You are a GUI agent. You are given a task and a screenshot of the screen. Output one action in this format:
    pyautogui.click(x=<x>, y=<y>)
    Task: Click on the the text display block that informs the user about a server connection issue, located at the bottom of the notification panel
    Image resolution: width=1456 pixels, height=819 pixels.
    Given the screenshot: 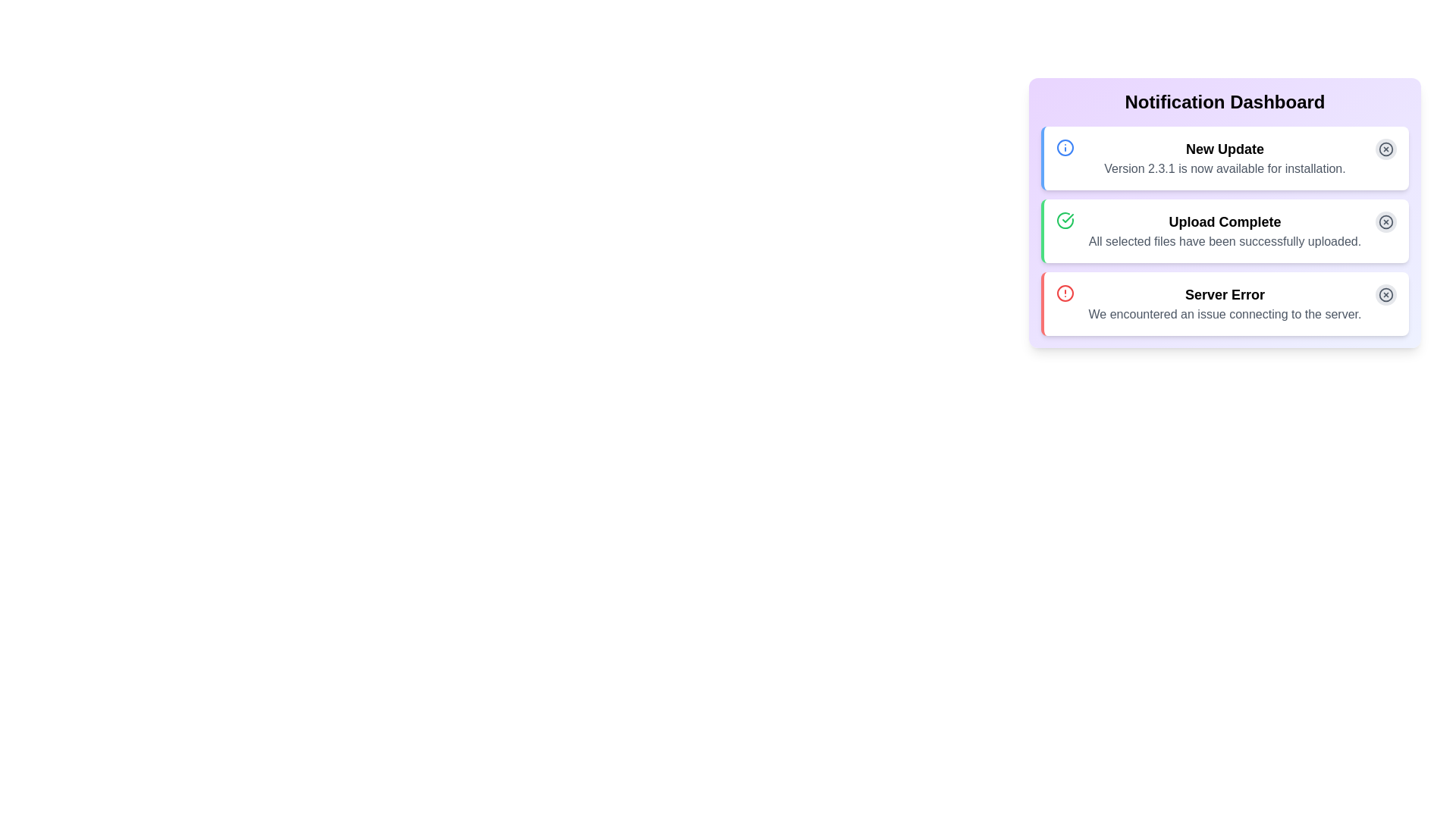 What is the action you would take?
    pyautogui.click(x=1225, y=304)
    